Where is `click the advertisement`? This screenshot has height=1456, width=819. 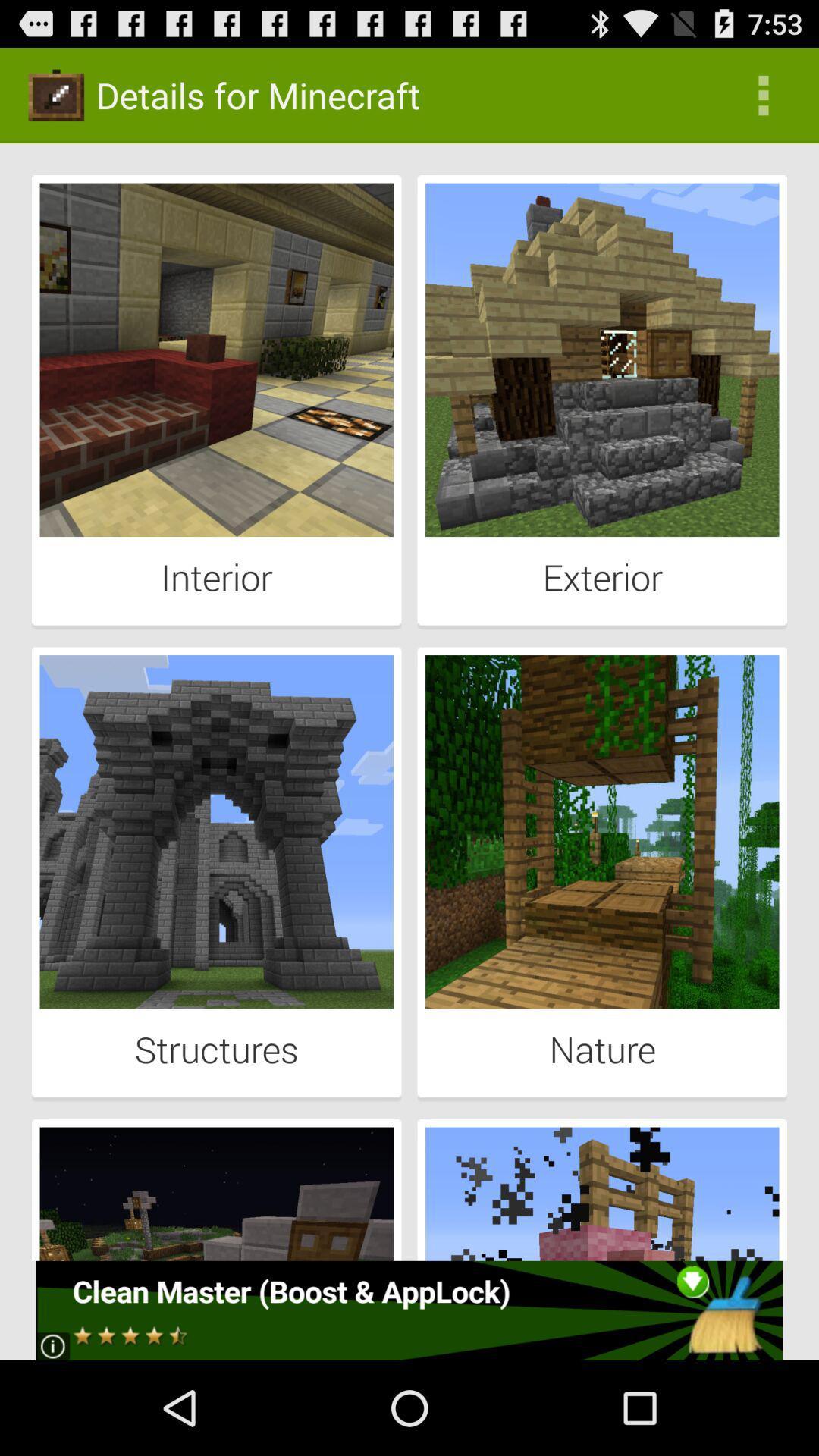 click the advertisement is located at coordinates (408, 1310).